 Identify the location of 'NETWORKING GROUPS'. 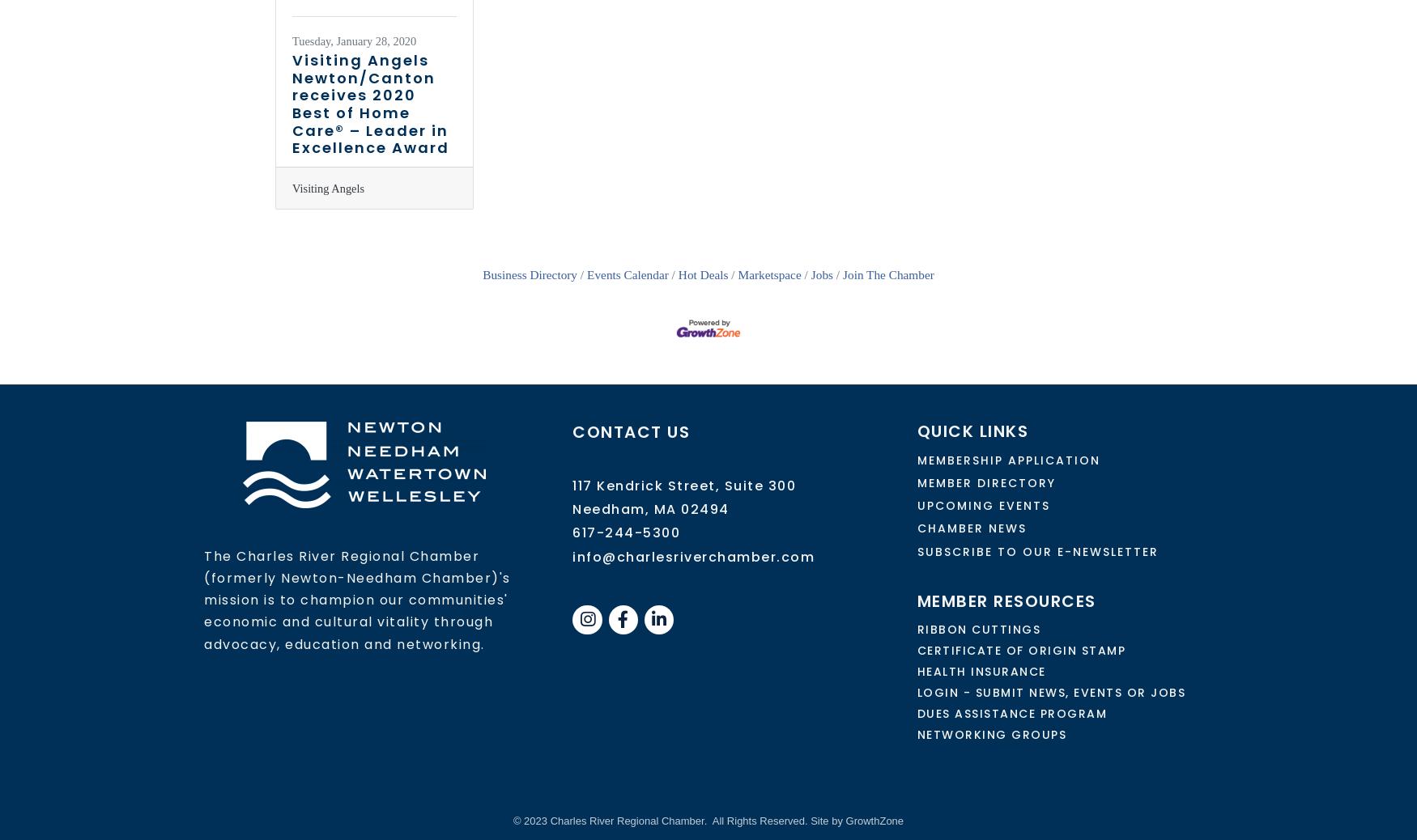
(916, 734).